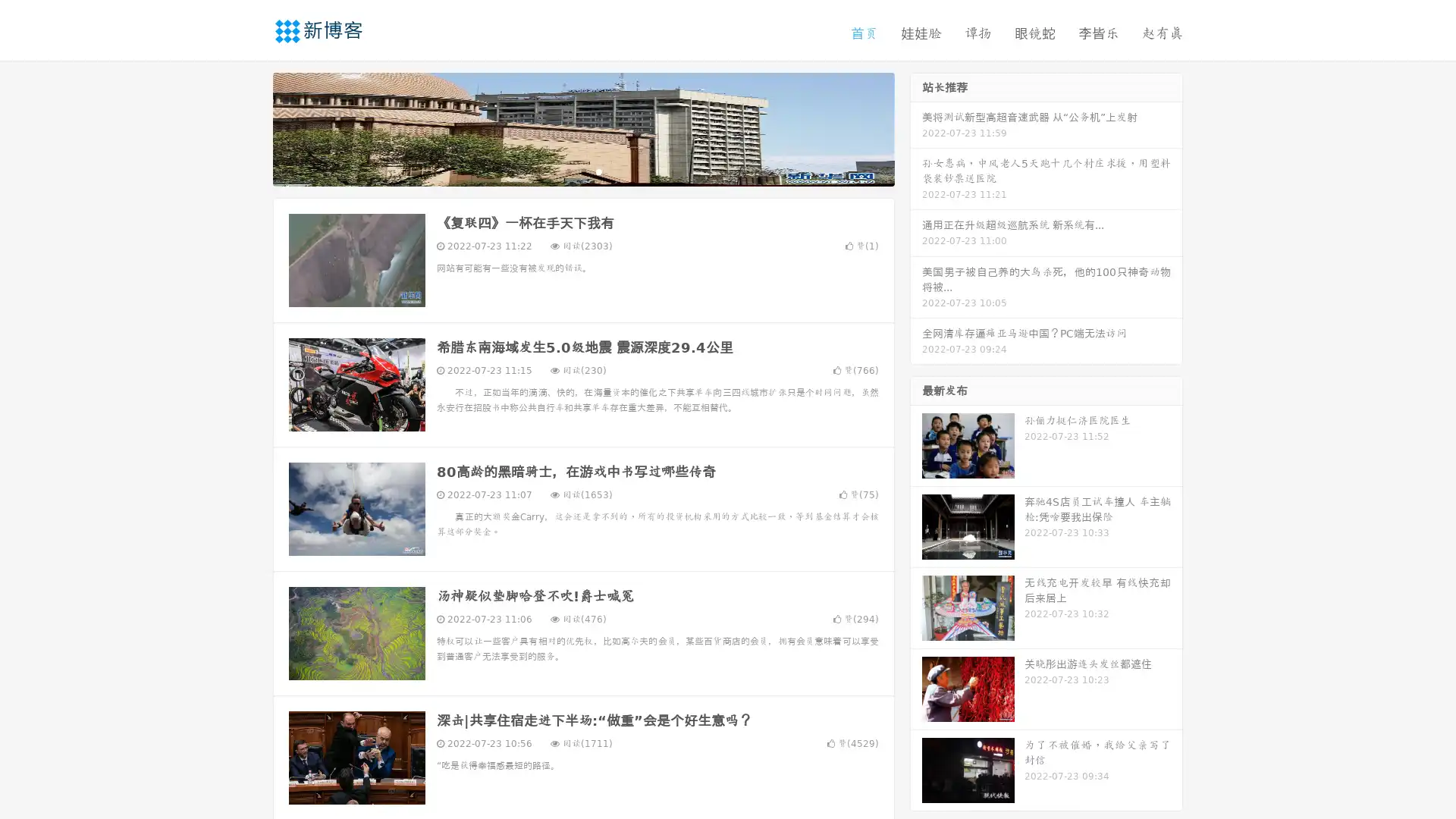 This screenshot has width=1456, height=819. Describe the element at coordinates (916, 127) in the screenshot. I see `Next slide` at that location.